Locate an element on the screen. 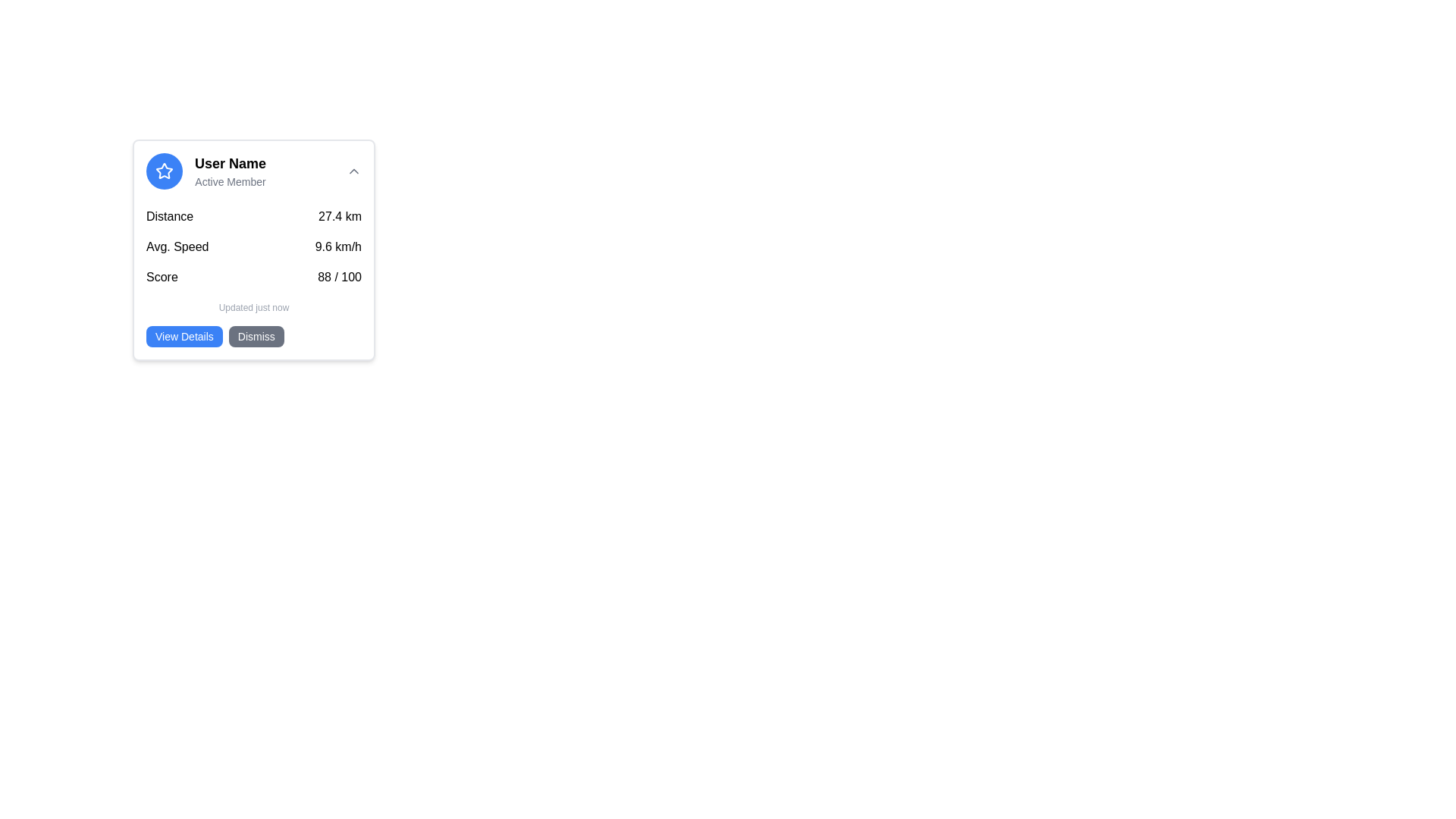 The image size is (1456, 819). the 'View Details' button, which is a rectangular button with a vibrant blue background and white text, located in the lower-left area of the user information card is located at coordinates (184, 335).